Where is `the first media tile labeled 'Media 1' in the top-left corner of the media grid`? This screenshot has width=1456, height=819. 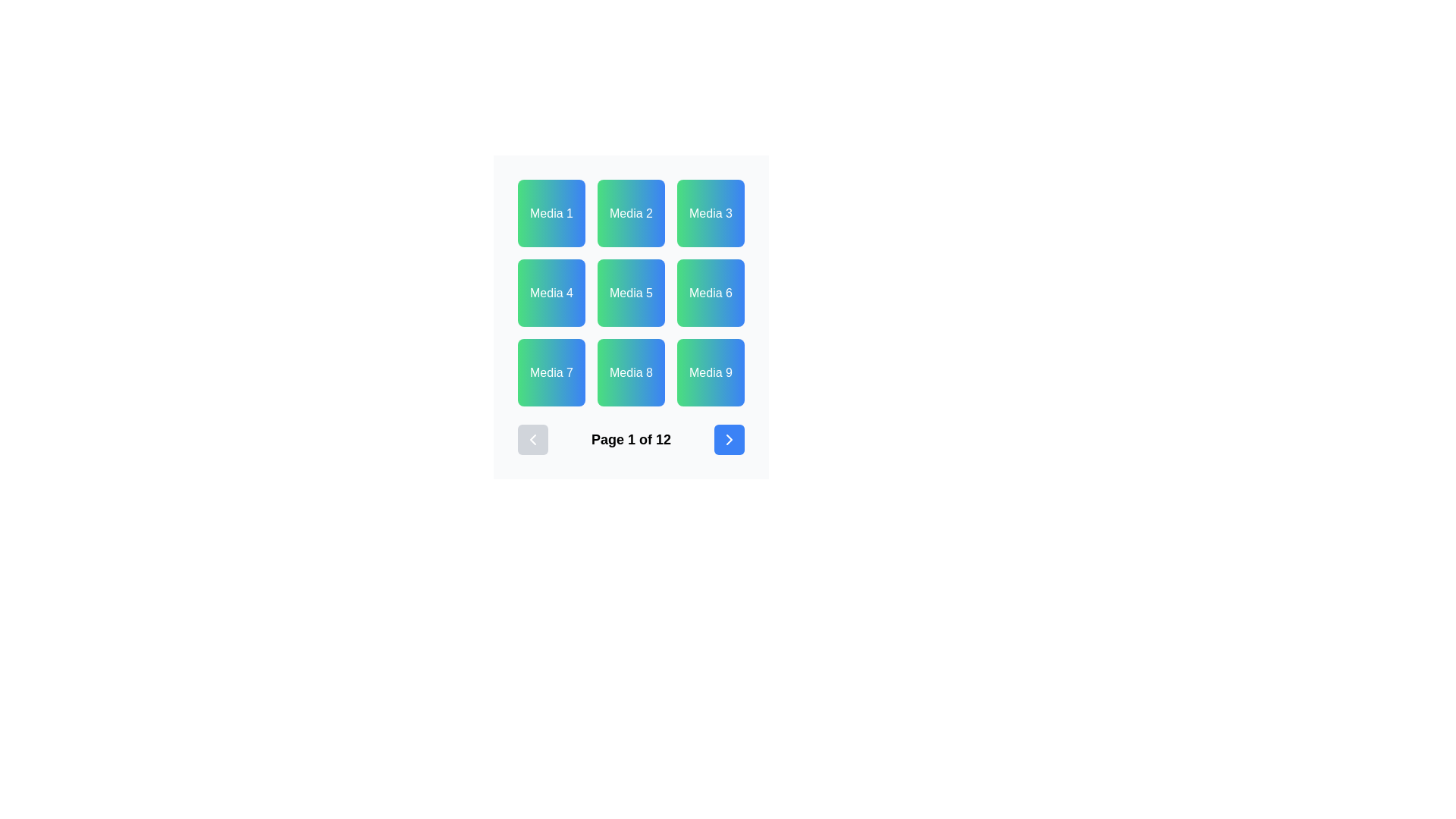
the first media tile labeled 'Media 1' in the top-left corner of the media grid is located at coordinates (551, 213).